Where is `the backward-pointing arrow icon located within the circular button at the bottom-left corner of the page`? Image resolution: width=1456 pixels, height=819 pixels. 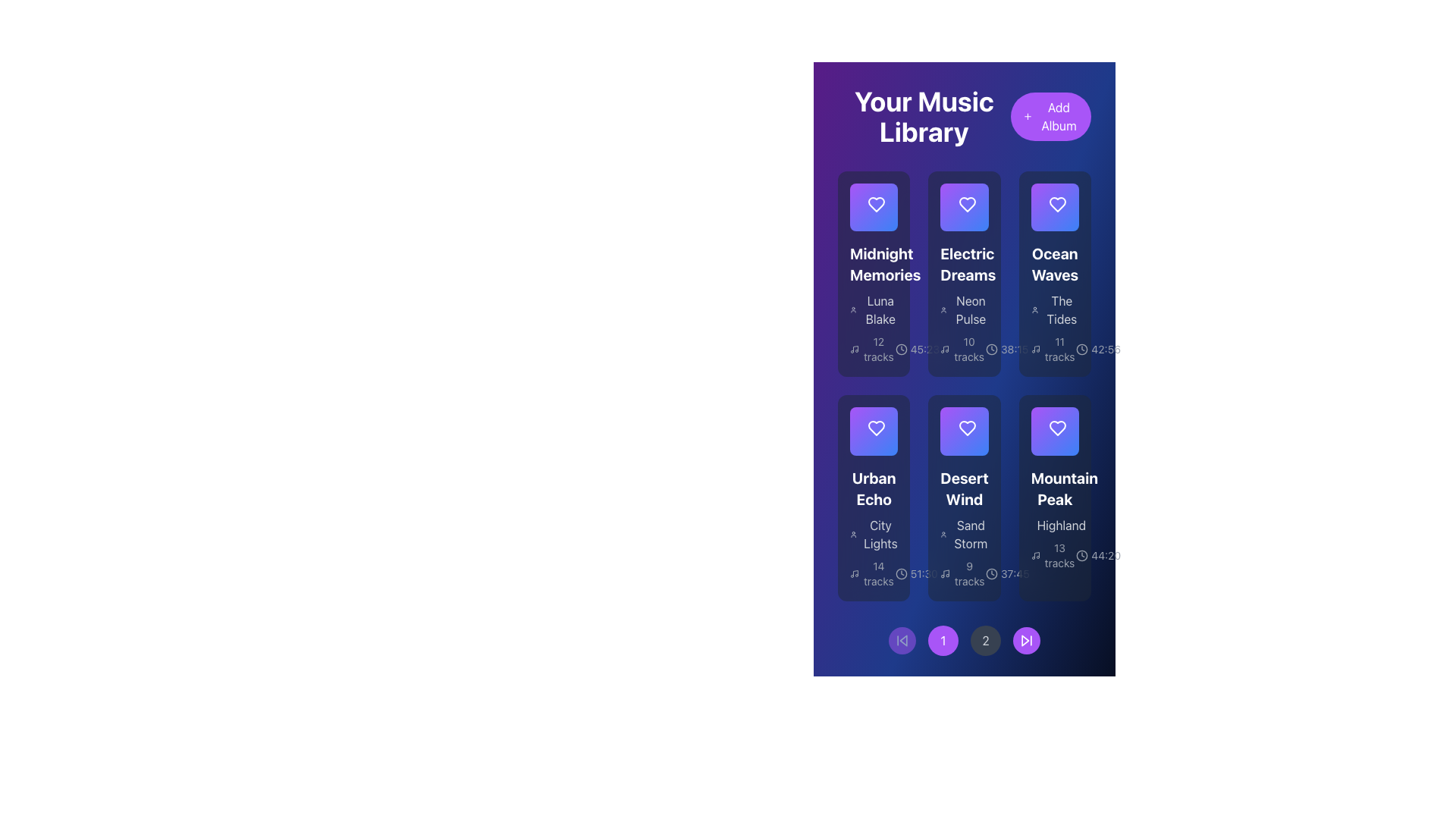
the backward-pointing arrow icon located within the circular button at the bottom-left corner of the page is located at coordinates (903, 640).